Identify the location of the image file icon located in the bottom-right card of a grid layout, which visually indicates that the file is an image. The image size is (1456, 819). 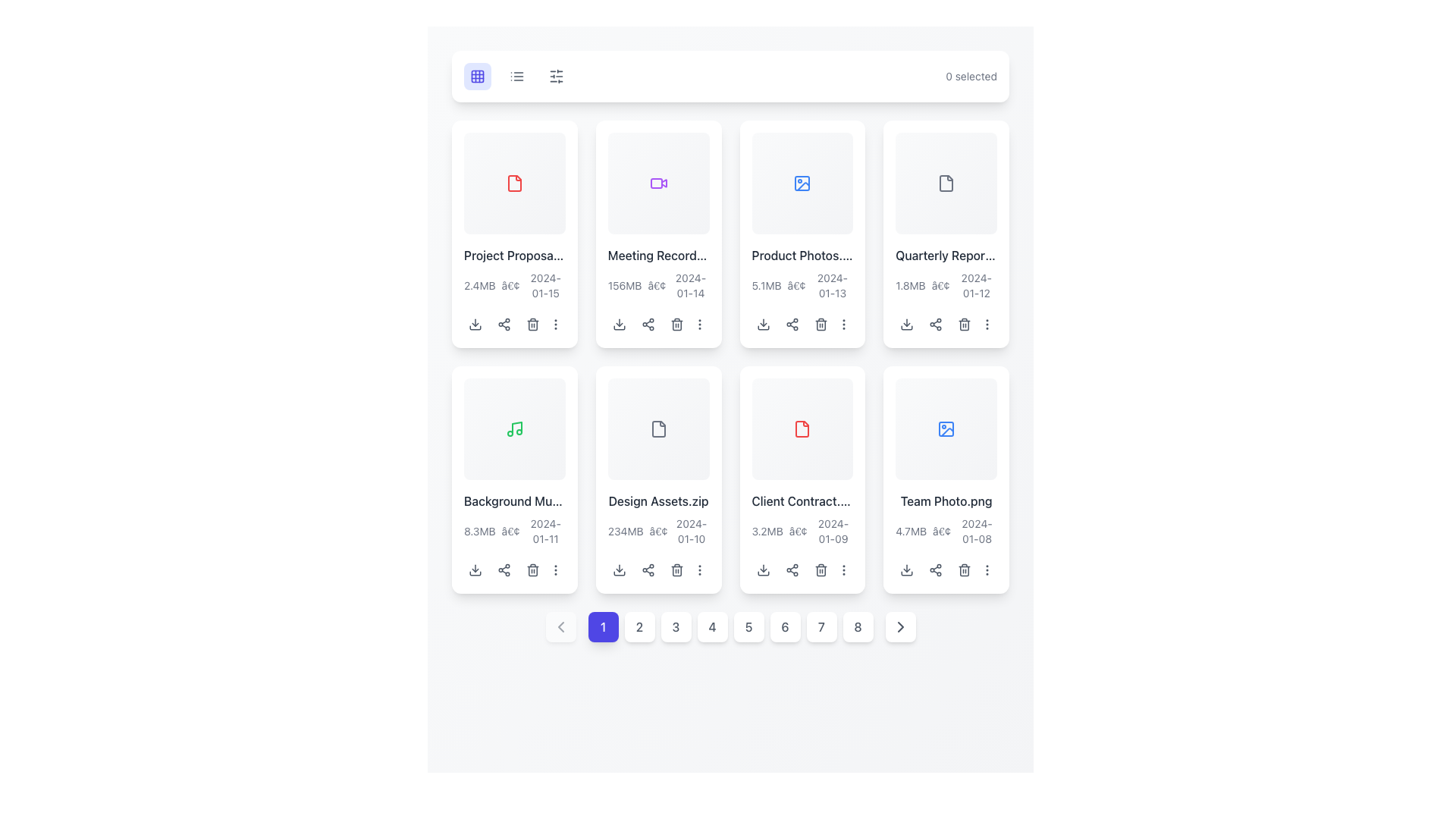
(946, 428).